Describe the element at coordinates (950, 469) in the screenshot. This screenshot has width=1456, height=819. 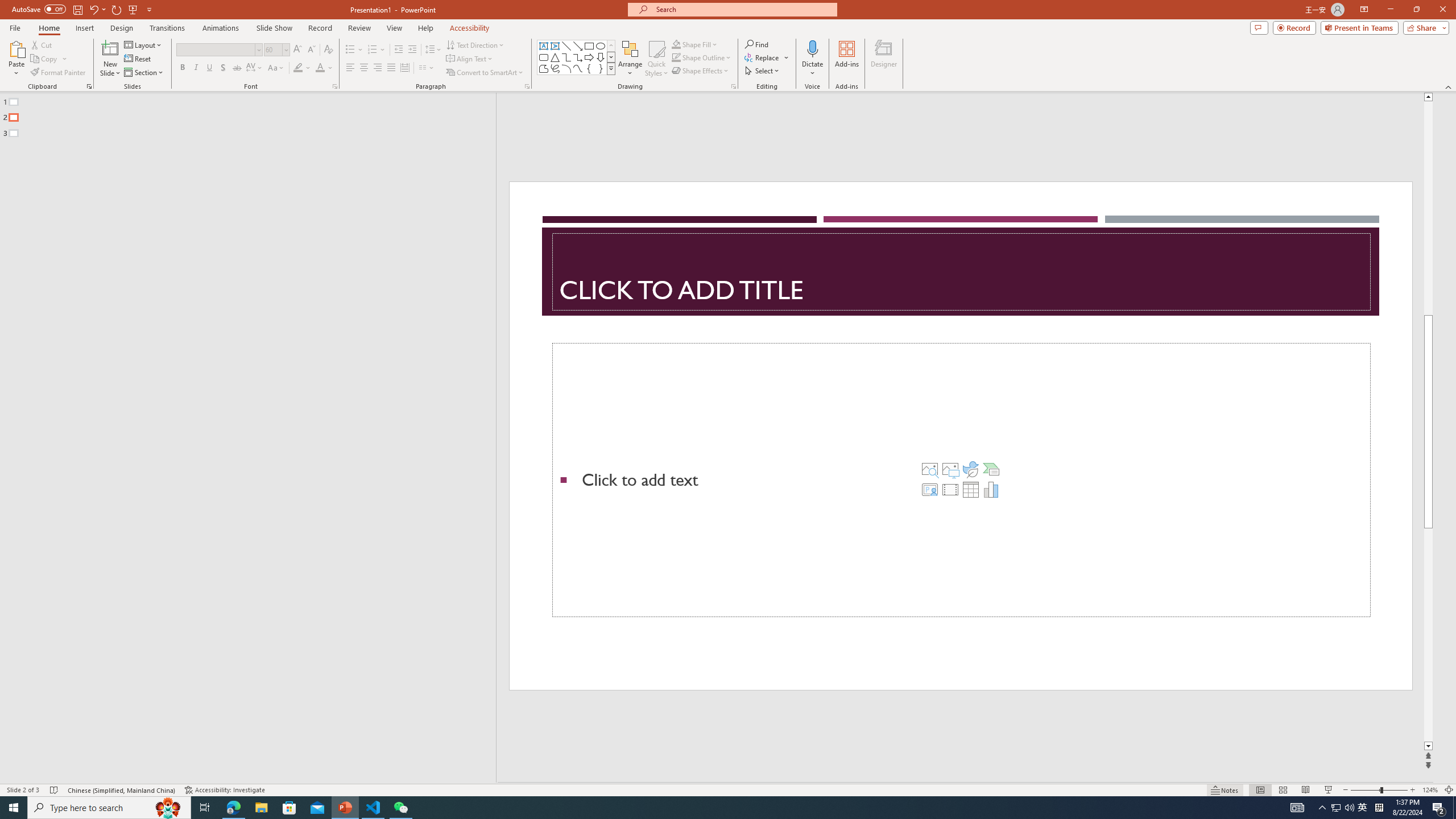
I see `'Pictures'` at that location.